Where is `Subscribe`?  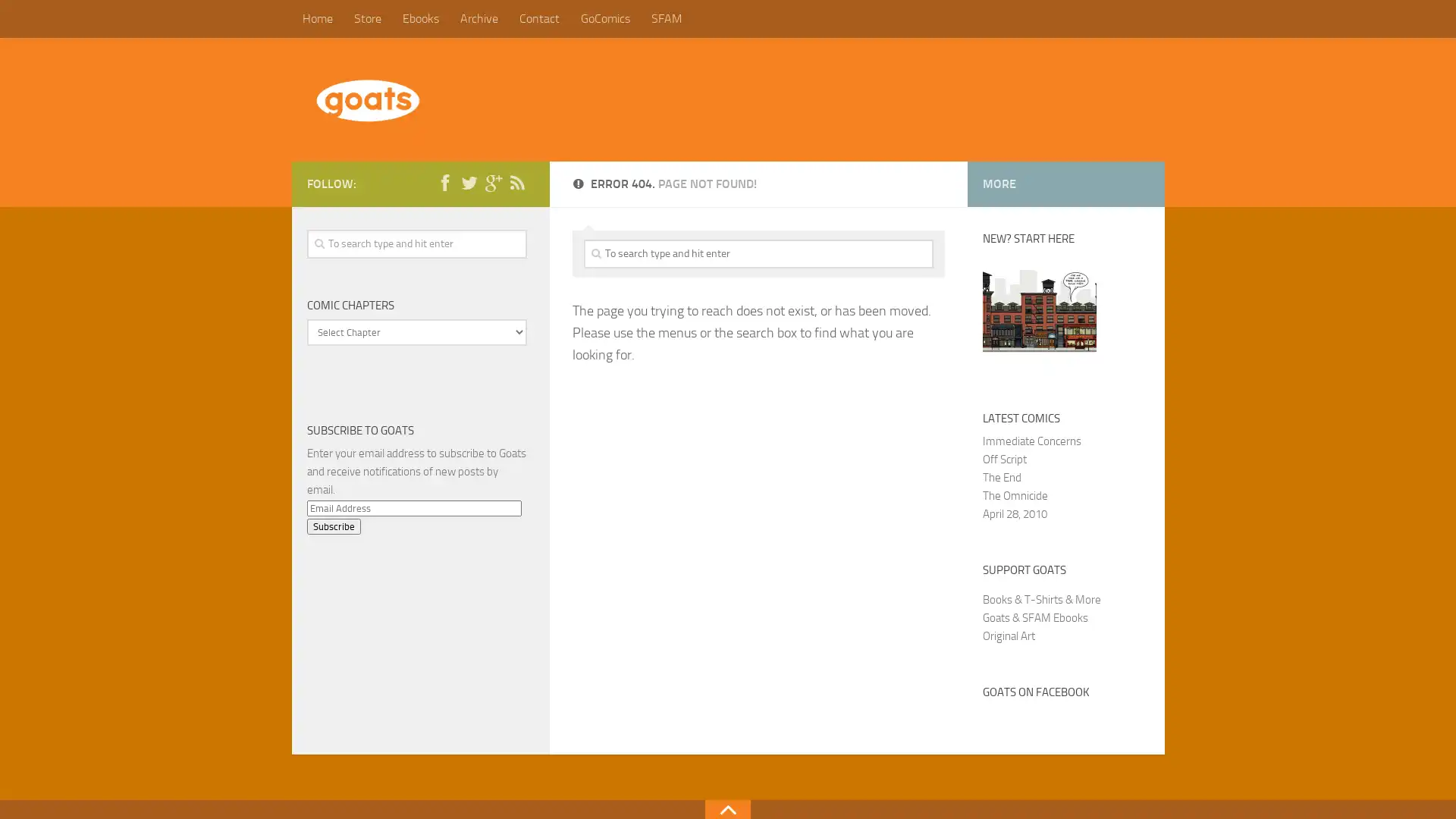 Subscribe is located at coordinates (332, 525).